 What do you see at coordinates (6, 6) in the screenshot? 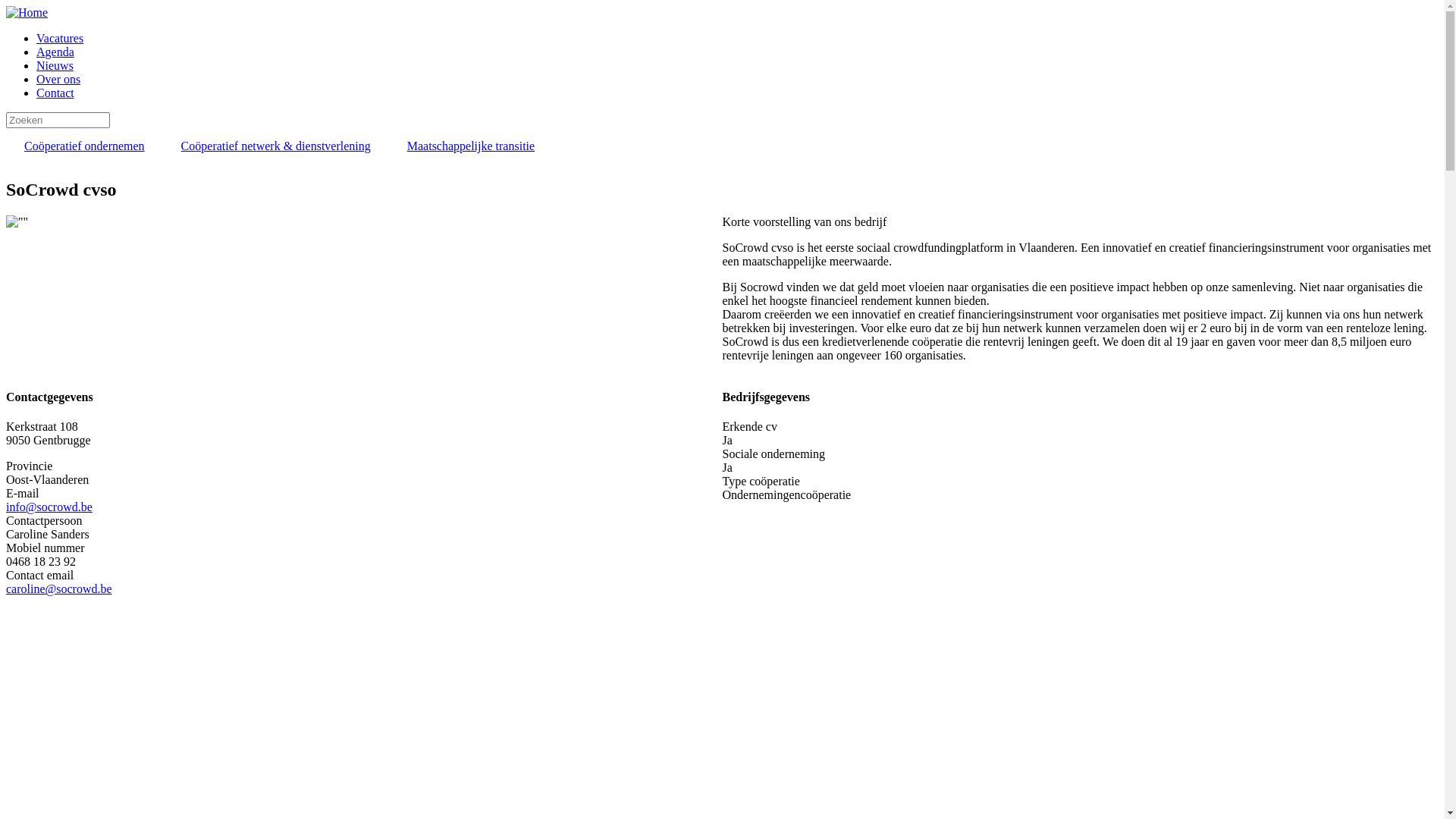
I see `'Overslaan en naar de inhoud gaan'` at bounding box center [6, 6].